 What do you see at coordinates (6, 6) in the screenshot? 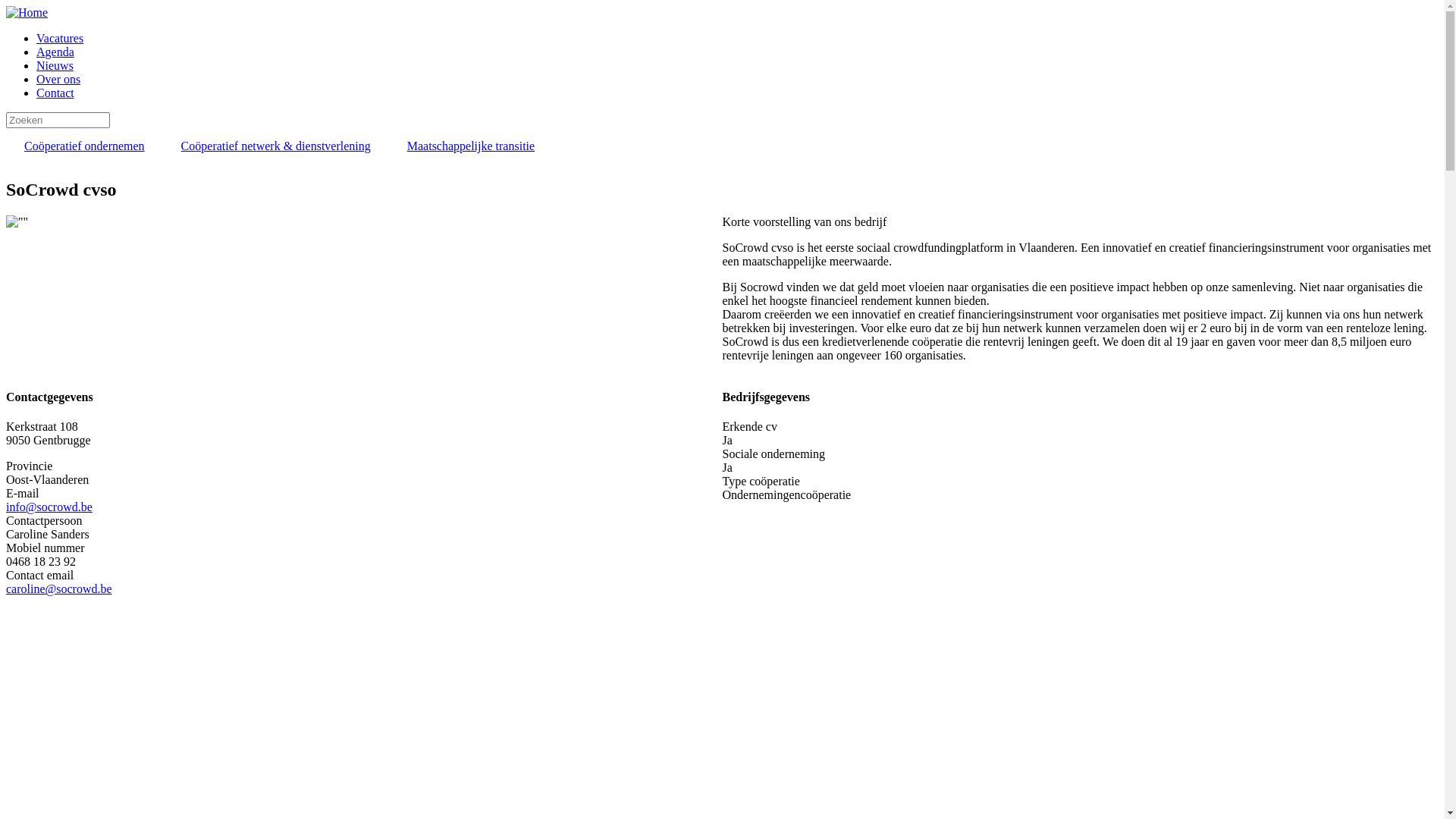
I see `'Overslaan en naar de inhoud gaan'` at bounding box center [6, 6].